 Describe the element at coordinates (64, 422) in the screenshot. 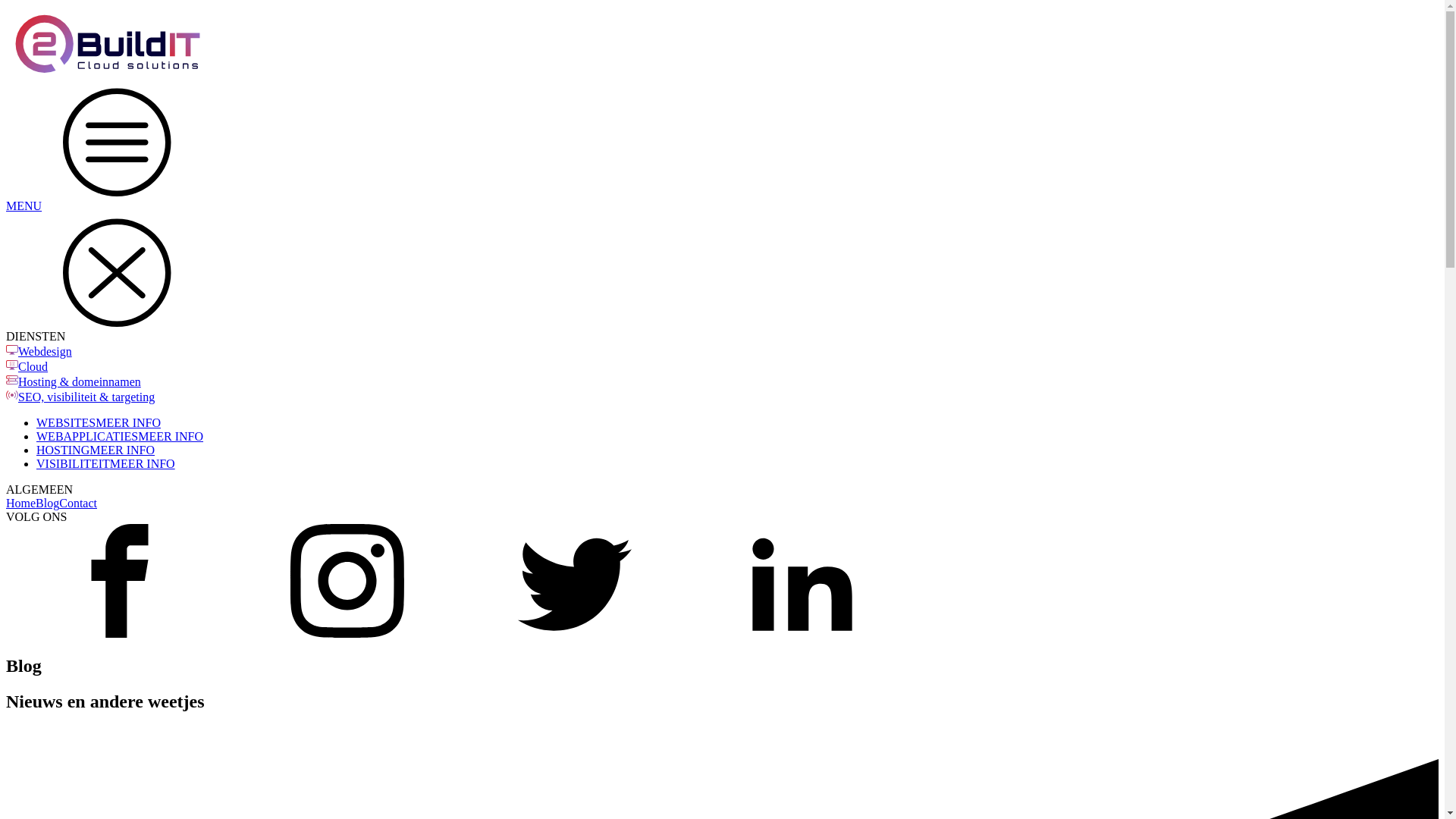

I see `'WEBSITES'` at that location.